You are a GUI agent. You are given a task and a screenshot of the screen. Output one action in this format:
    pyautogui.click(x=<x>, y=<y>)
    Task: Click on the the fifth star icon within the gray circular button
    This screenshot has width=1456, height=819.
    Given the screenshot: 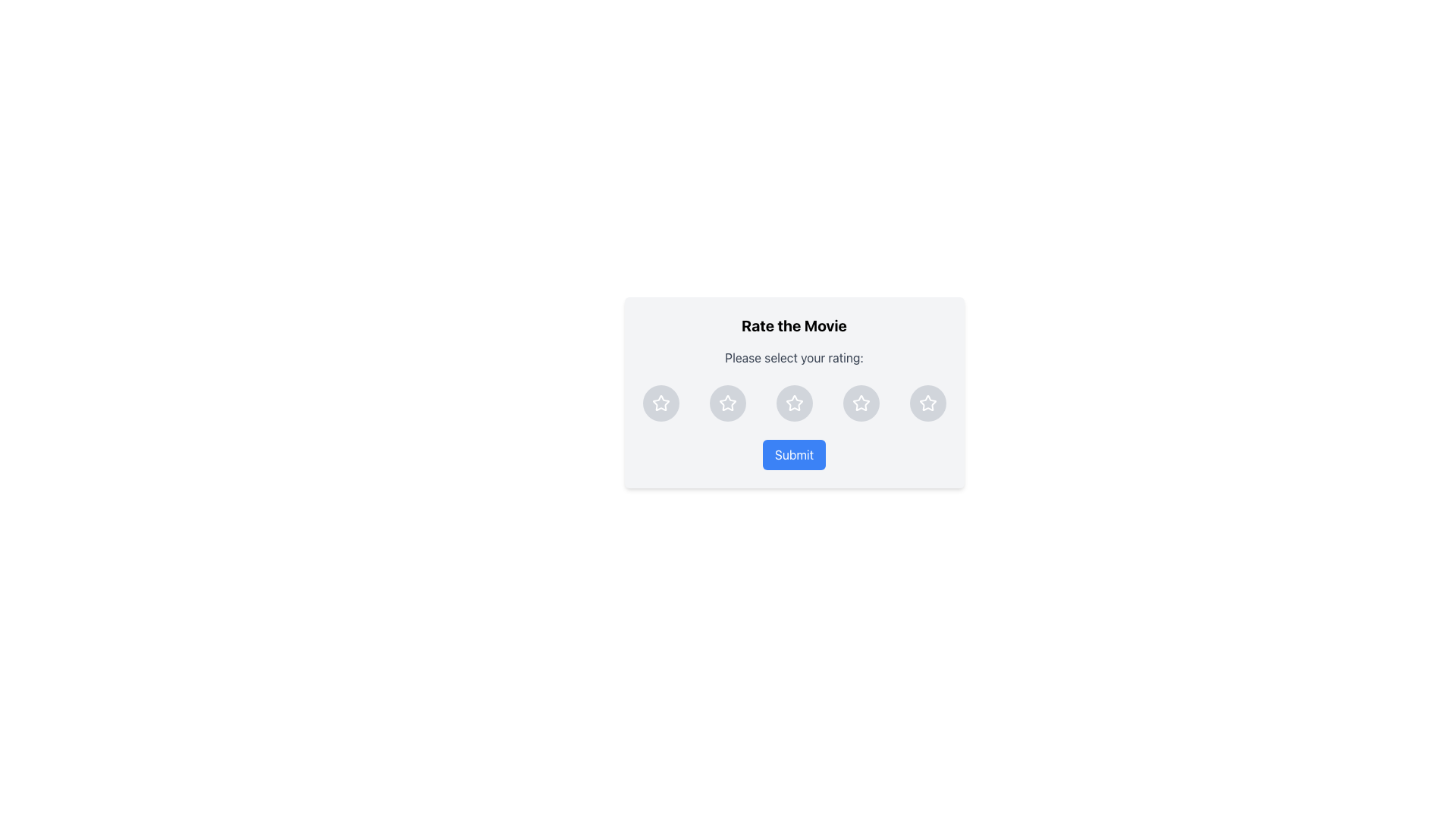 What is the action you would take?
    pyautogui.click(x=861, y=403)
    